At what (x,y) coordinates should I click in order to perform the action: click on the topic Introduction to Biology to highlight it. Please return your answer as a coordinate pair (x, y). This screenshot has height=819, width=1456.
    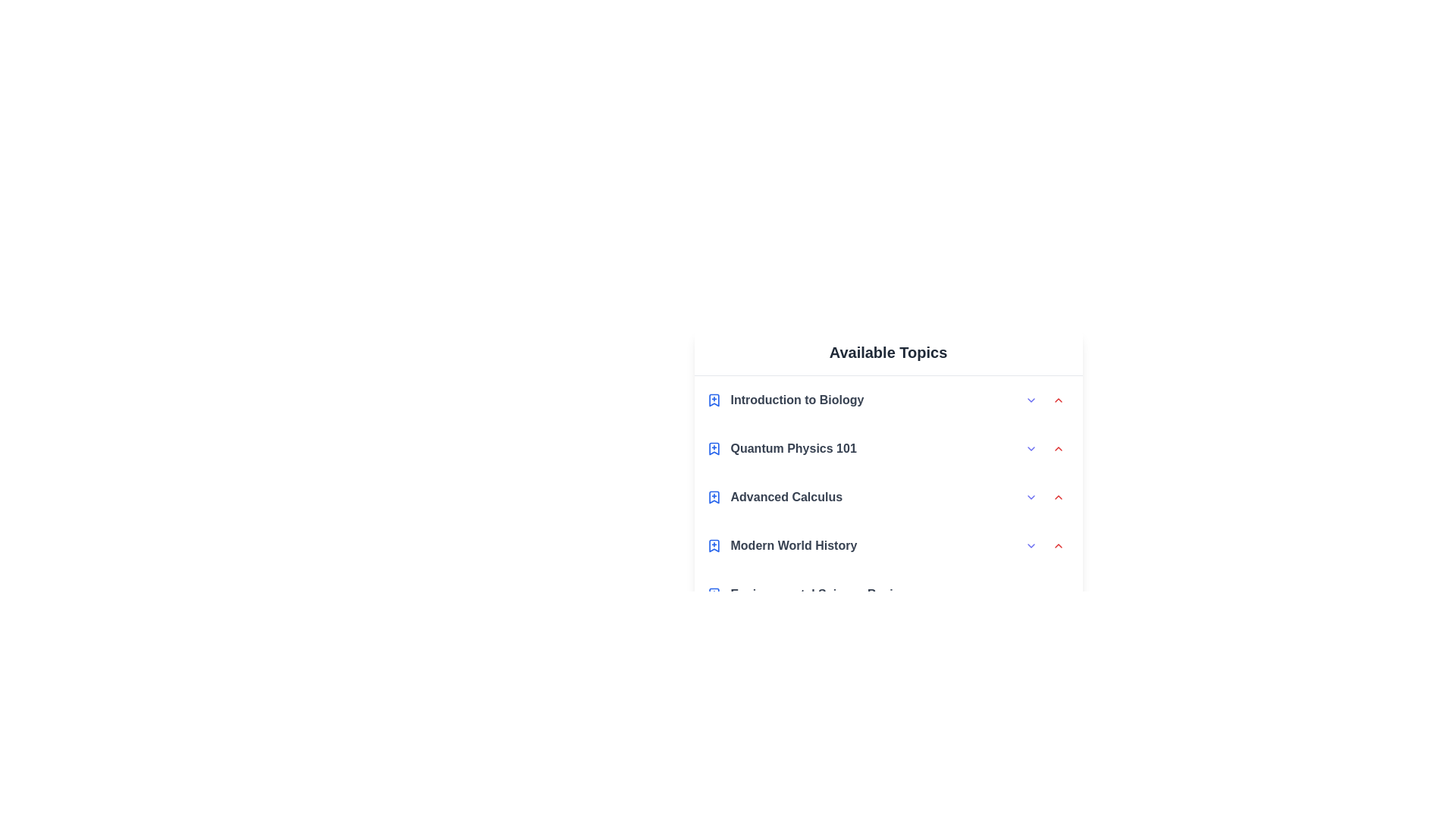
    Looking at the image, I should click on (888, 400).